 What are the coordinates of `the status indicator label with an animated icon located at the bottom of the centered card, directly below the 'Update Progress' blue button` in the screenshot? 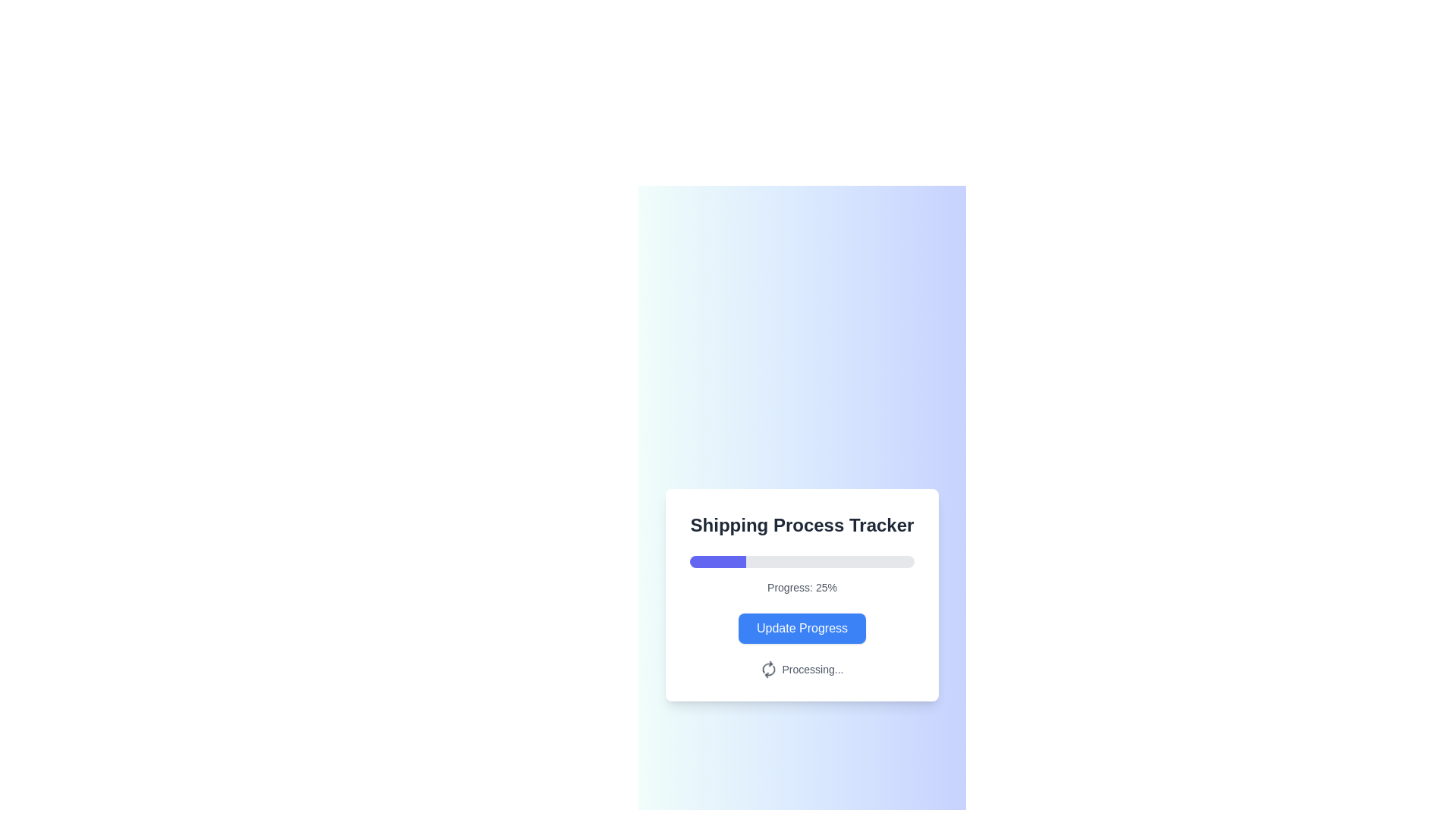 It's located at (801, 669).